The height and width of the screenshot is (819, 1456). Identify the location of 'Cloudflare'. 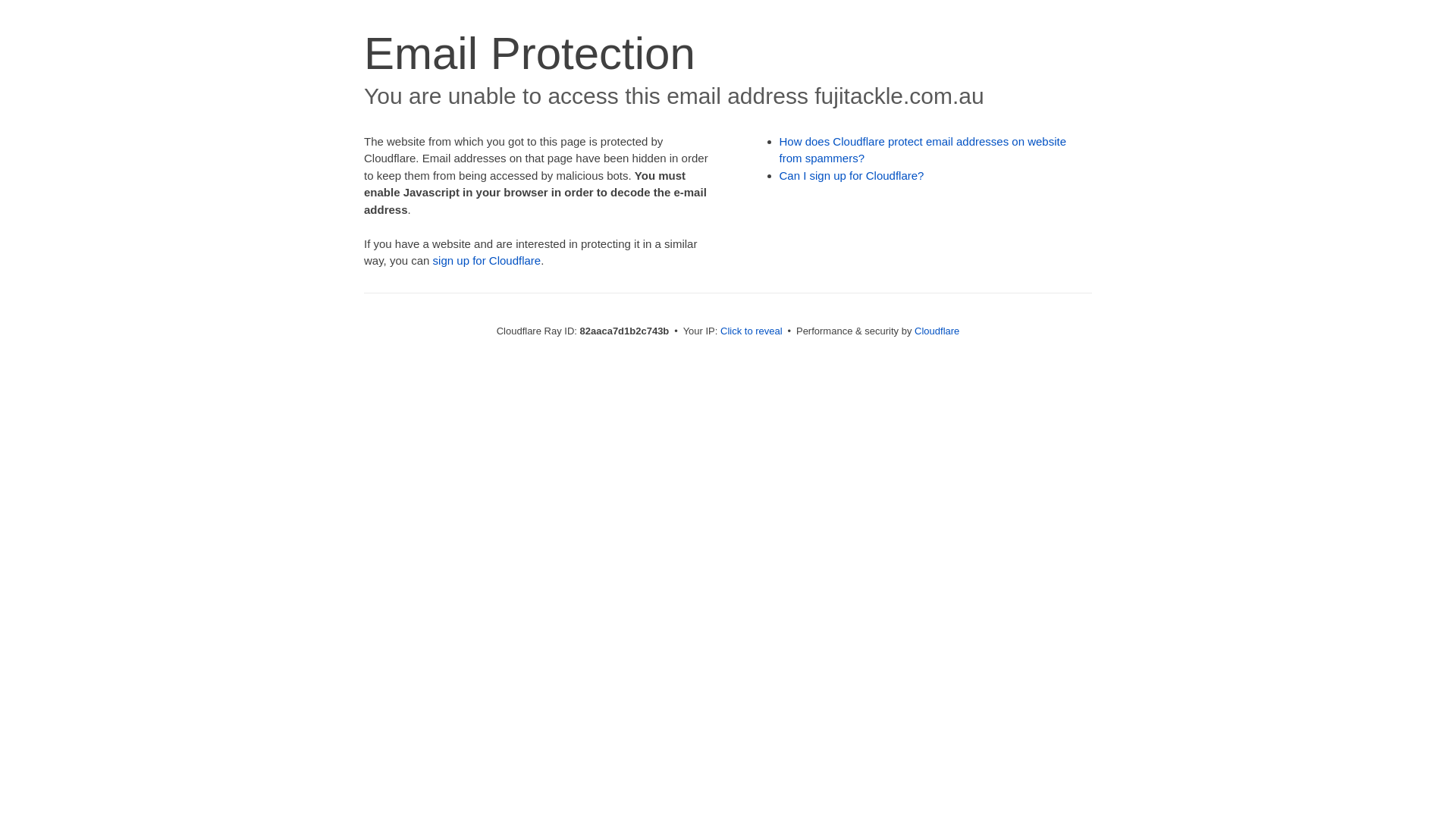
(936, 330).